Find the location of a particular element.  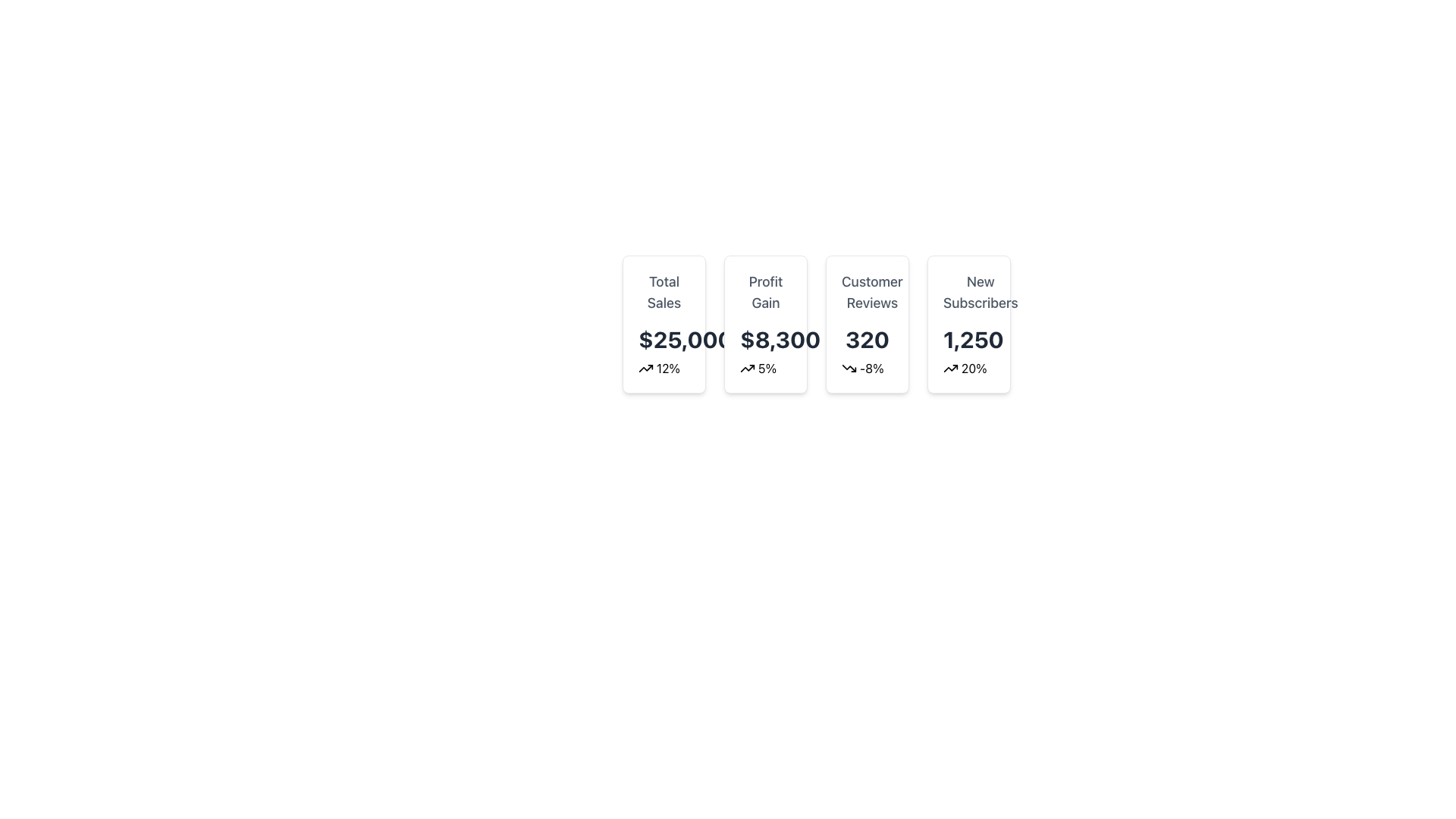

the 'New Subscribers' text label located in the upper-center of the fourth card to associate it with the underlying data is located at coordinates (981, 292).